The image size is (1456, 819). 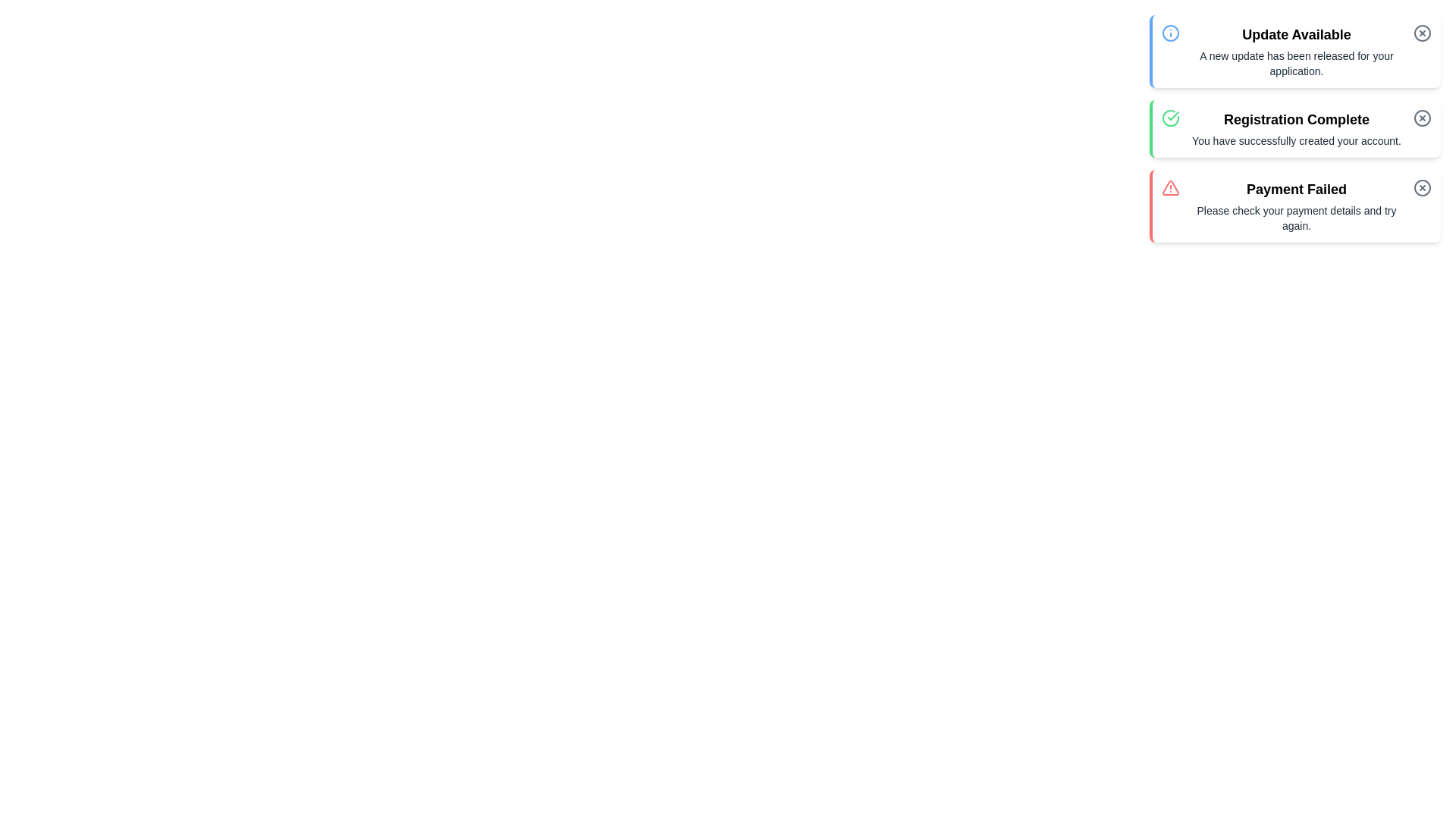 I want to click on the circular icon with a blue border and white interior, displaying a question mark symbol, located to the left of the 'Update Available' text in the notification card, so click(x=1170, y=33).